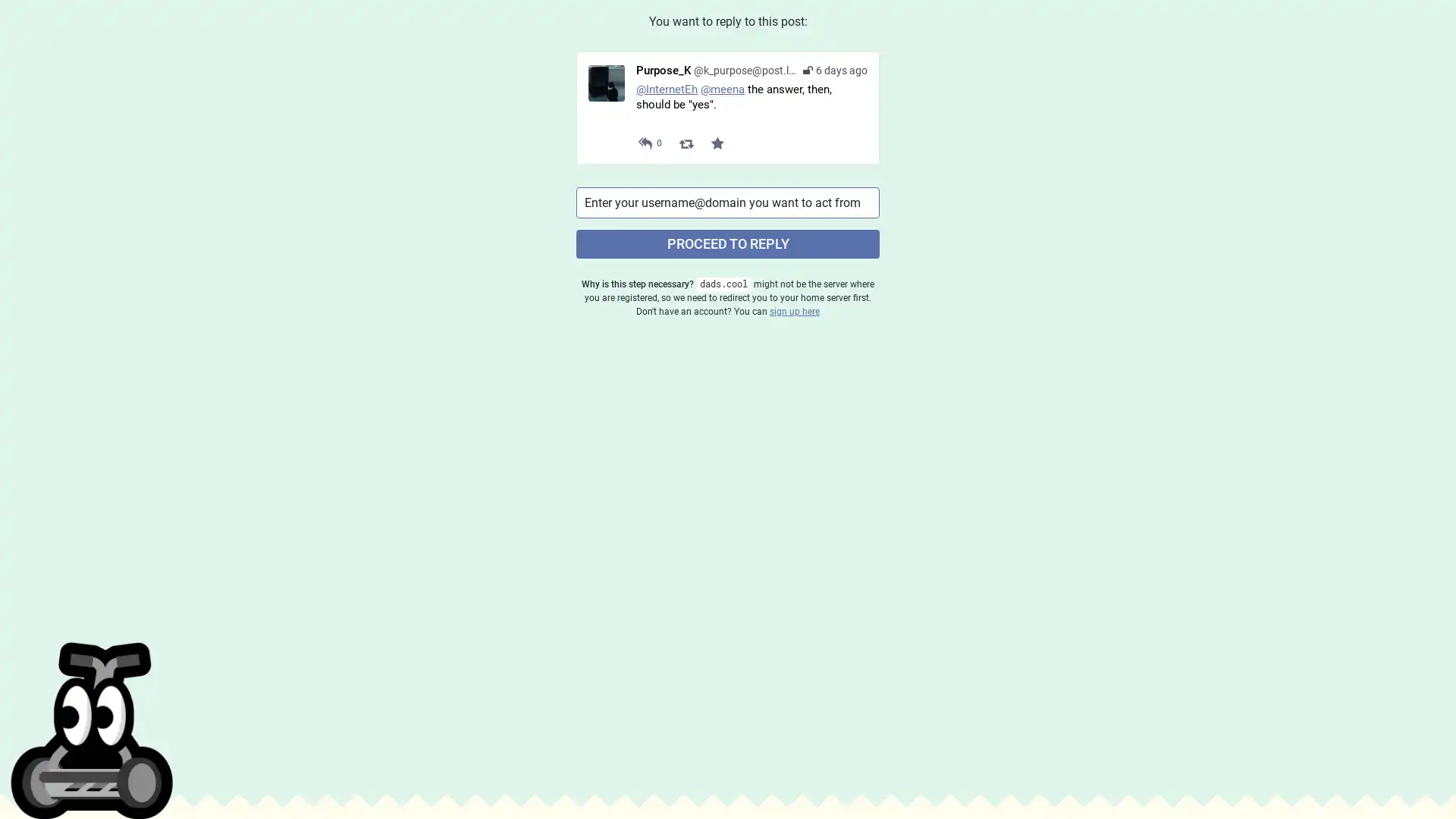 The height and width of the screenshot is (819, 1456). I want to click on PROCEED TO REPLY, so click(728, 243).